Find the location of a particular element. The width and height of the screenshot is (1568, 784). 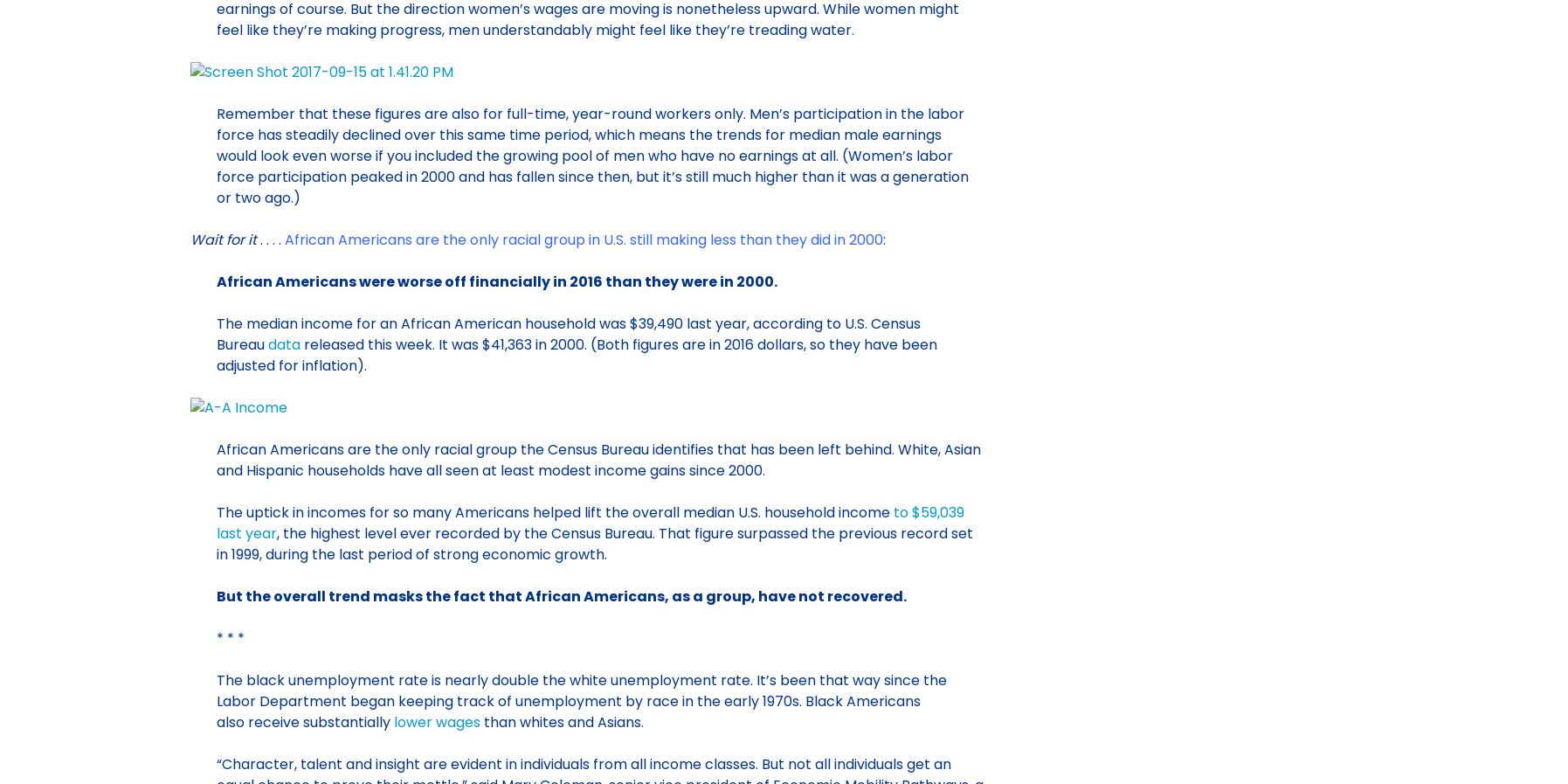

'released this week. It was $41,363 in 2000. (Both figures are in 2016 dollars, so they have been adjusted for inflation).' is located at coordinates (575, 353).